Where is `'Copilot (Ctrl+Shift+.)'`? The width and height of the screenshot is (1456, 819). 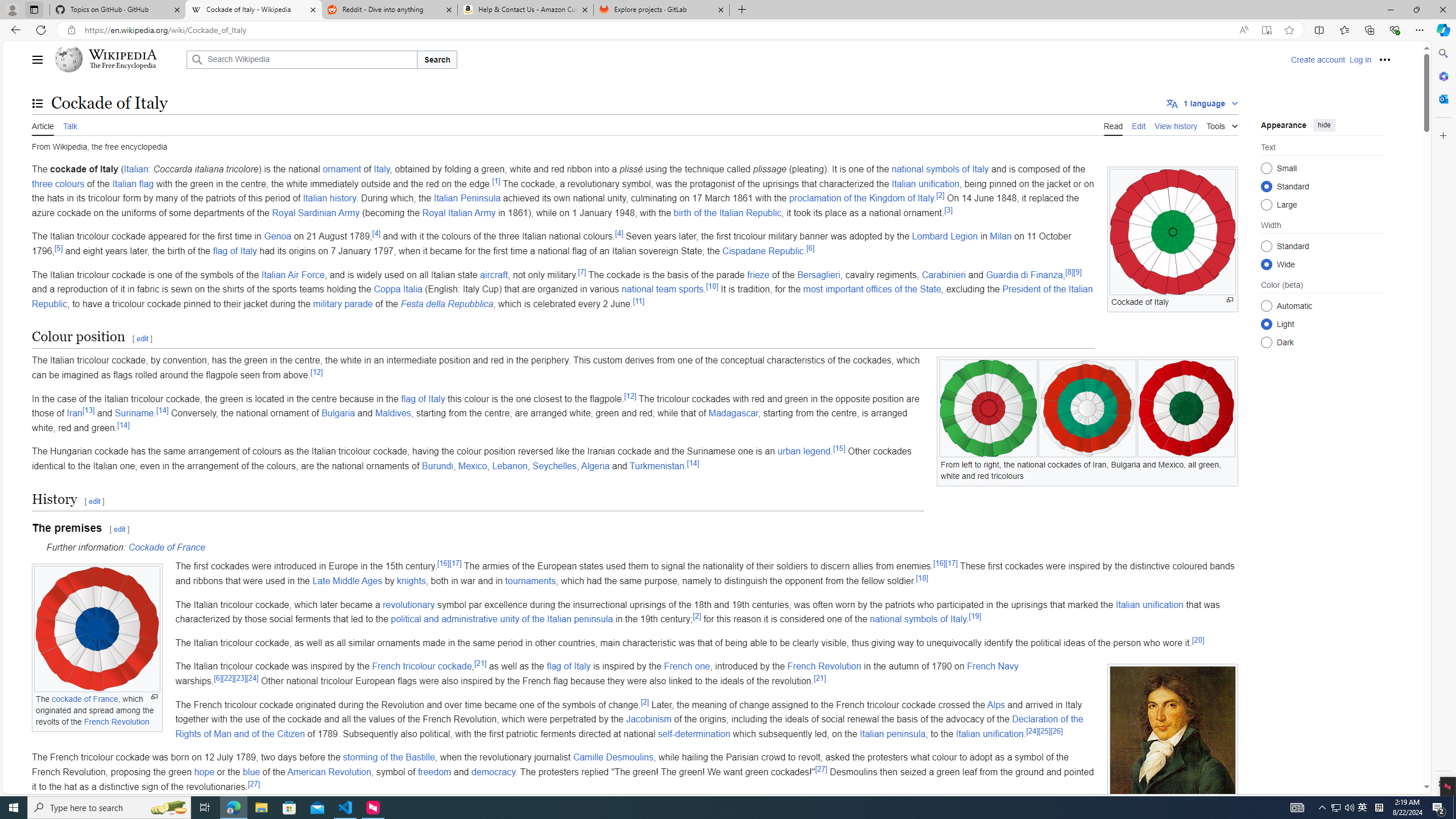 'Copilot (Ctrl+Shift+.)' is located at coordinates (1442, 29).